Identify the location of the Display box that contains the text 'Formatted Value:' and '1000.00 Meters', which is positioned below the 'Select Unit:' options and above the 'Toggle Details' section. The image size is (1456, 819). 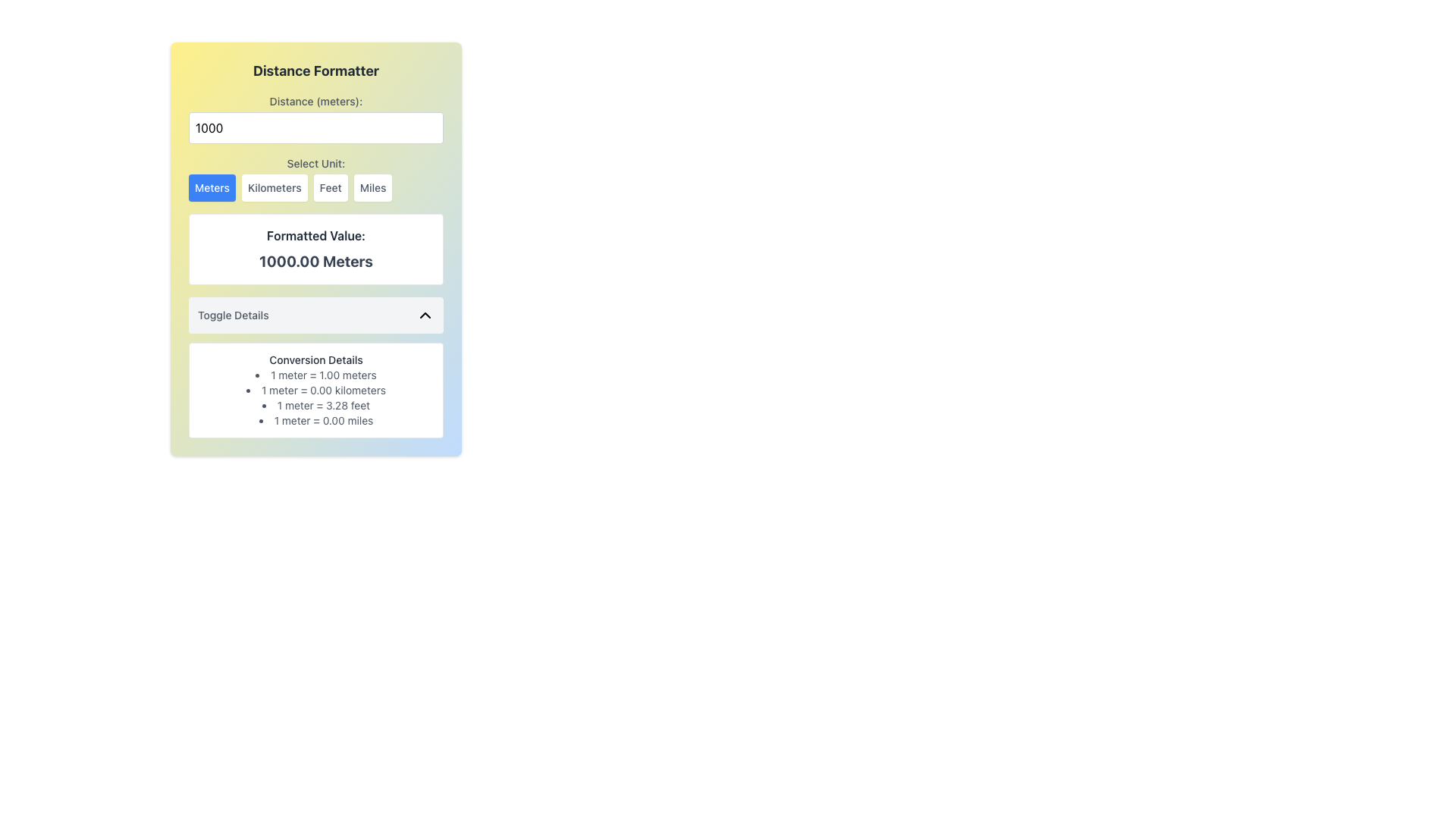
(315, 248).